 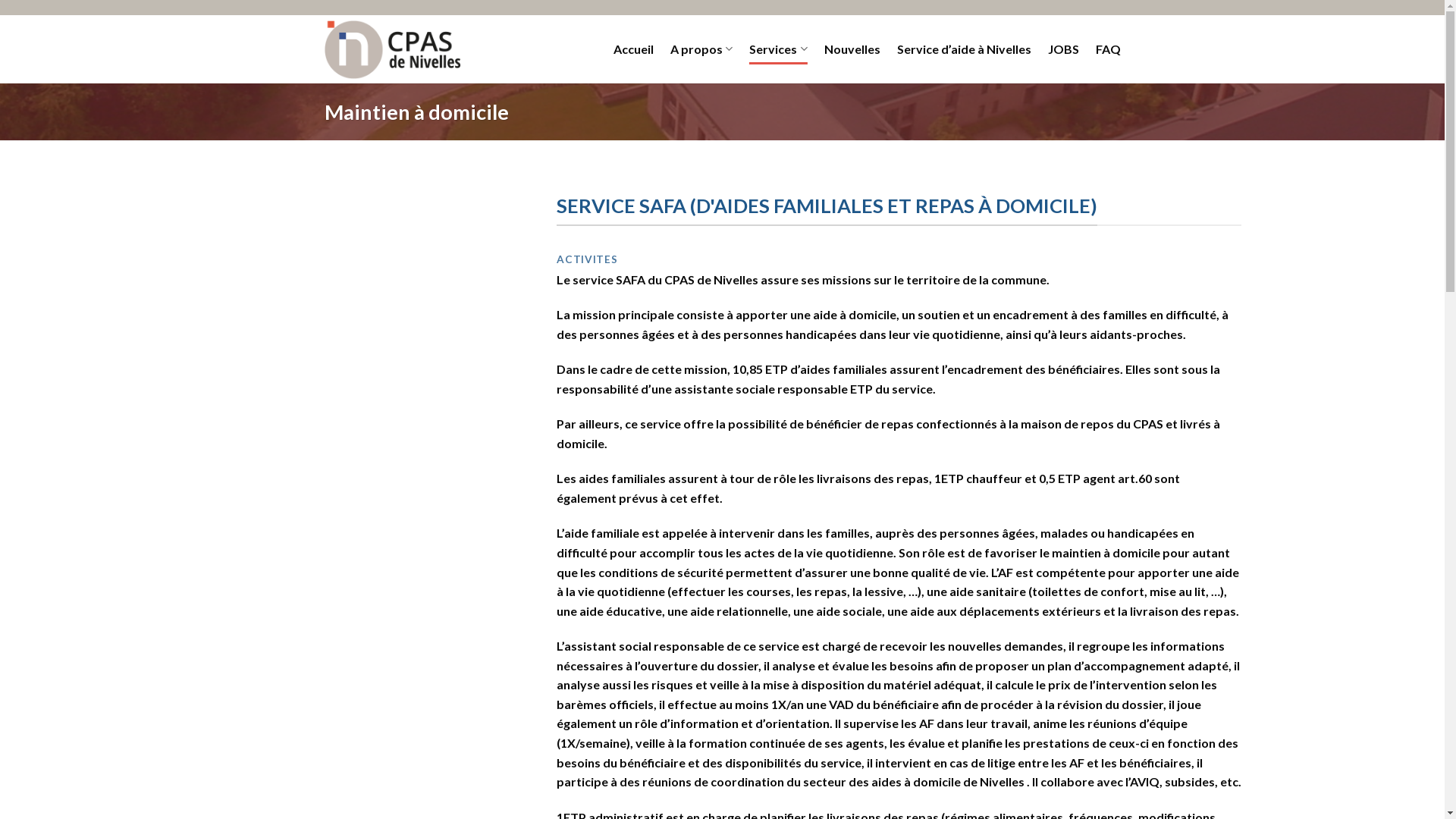 What do you see at coordinates (1107, 49) in the screenshot?
I see `'FAQ'` at bounding box center [1107, 49].